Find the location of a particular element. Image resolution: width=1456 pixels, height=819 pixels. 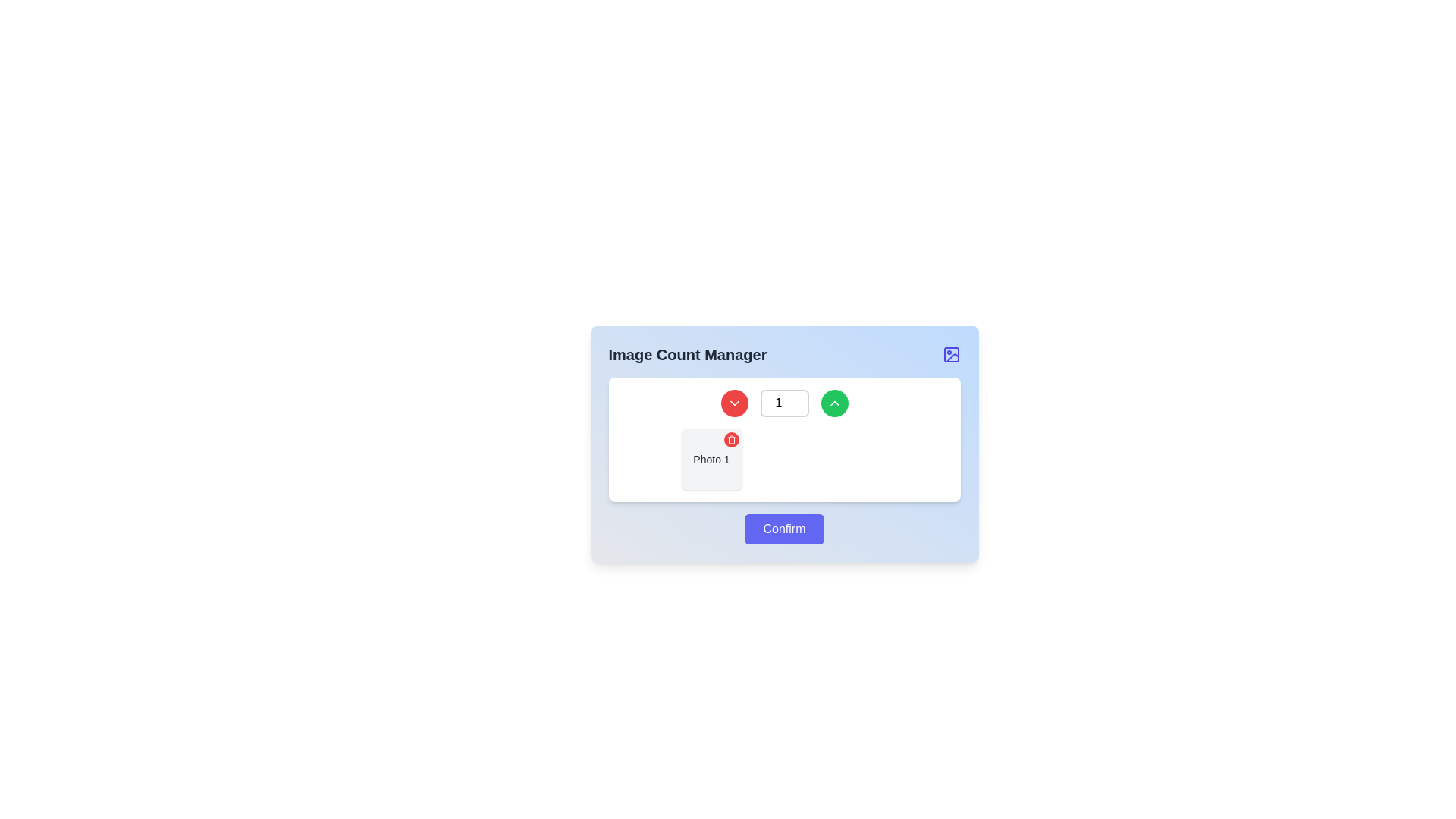

the 'Confirm' button with a blue background and white text located at the bottom center of the 'Image Count Manager' card section to confirm is located at coordinates (784, 529).